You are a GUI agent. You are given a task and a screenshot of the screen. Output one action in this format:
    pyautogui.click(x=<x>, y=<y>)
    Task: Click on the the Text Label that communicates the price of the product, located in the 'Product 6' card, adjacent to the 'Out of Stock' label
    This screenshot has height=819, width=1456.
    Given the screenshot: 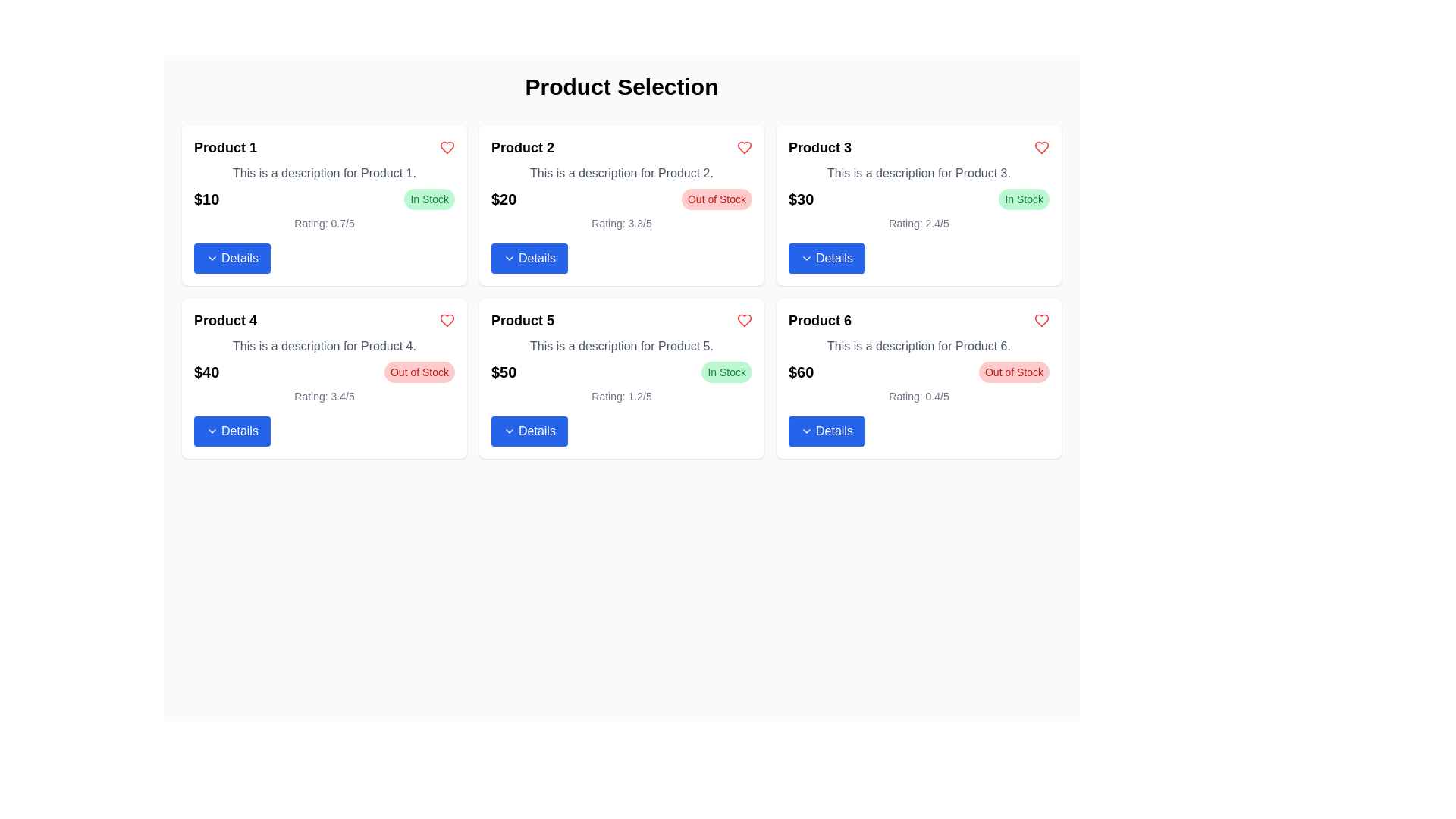 What is the action you would take?
    pyautogui.click(x=800, y=372)
    